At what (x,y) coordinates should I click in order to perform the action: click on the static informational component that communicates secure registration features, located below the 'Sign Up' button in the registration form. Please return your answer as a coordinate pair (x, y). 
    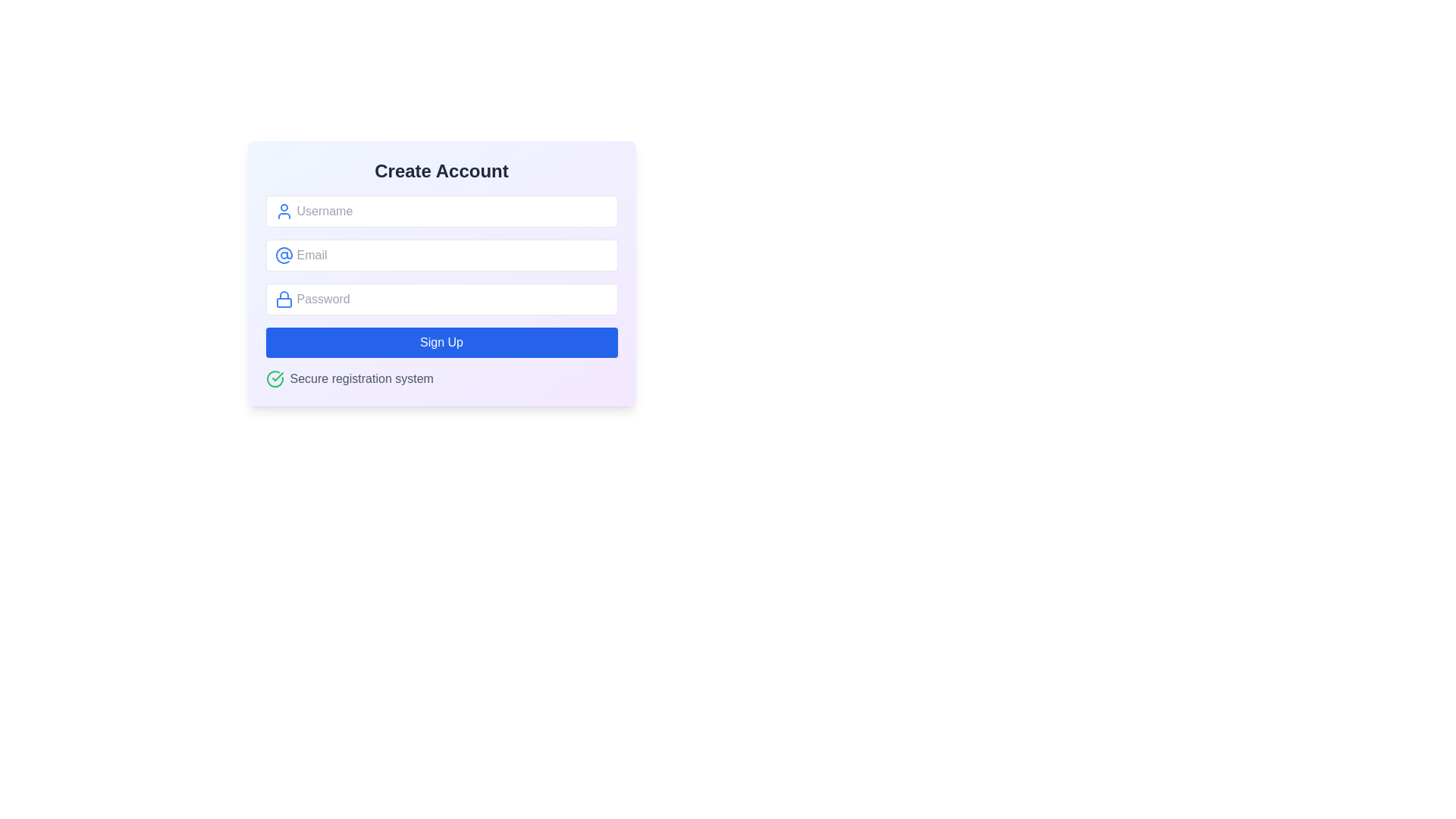
    Looking at the image, I should click on (441, 378).